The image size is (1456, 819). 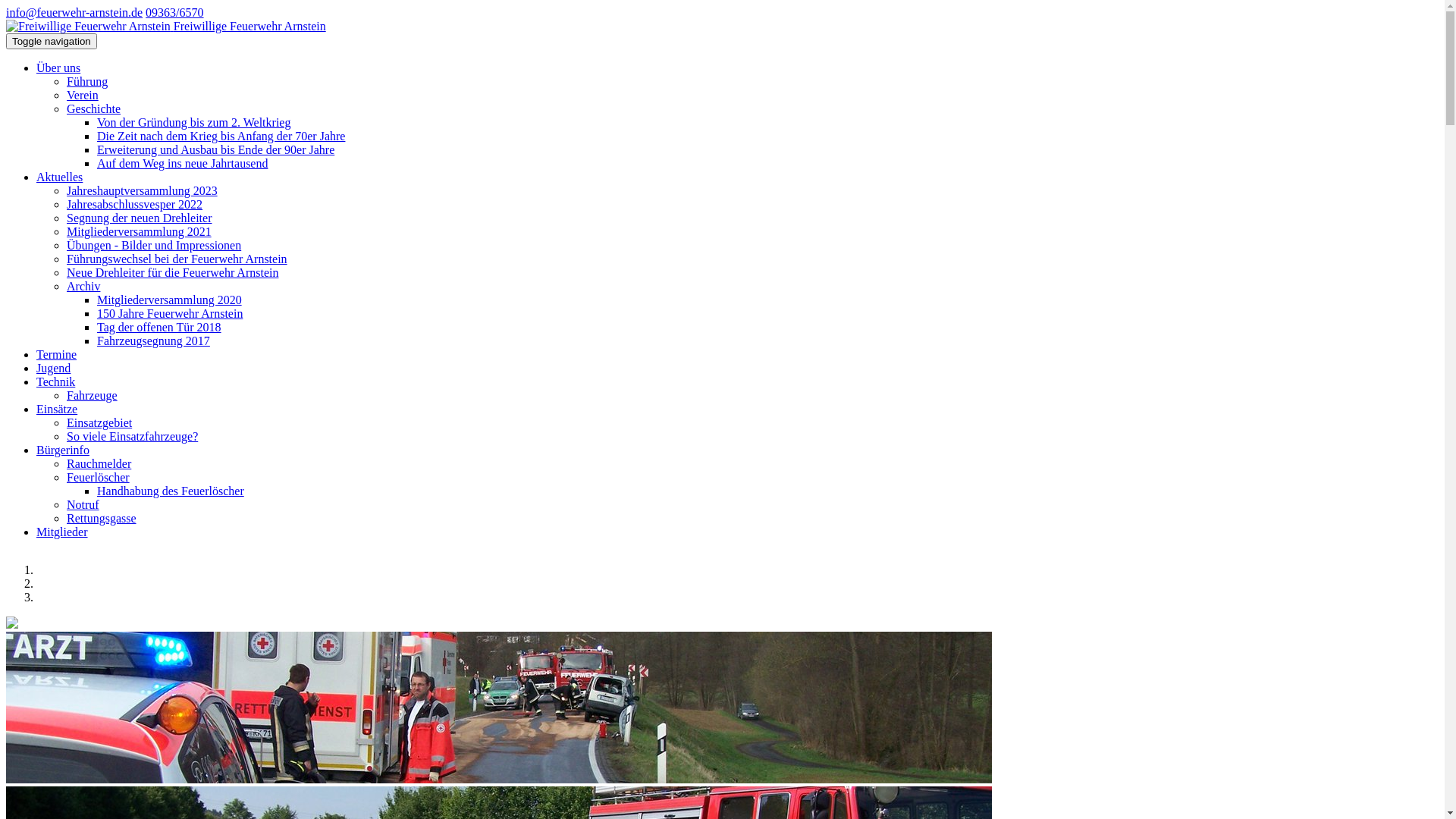 I want to click on 'Freiwillige Feuerwehr Arnstein', so click(x=6, y=26).